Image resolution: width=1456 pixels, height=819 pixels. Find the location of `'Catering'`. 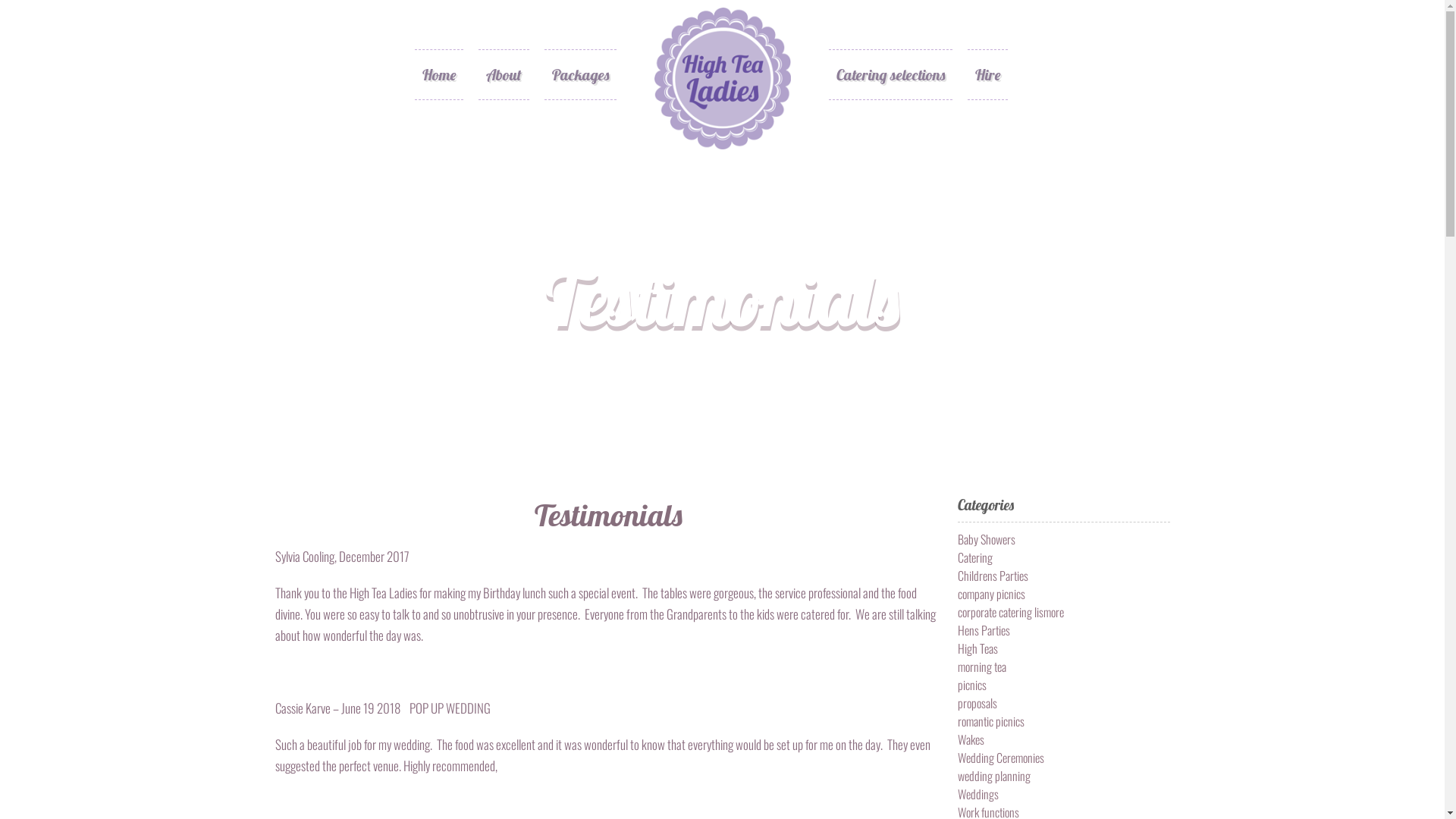

'Catering' is located at coordinates (956, 557).